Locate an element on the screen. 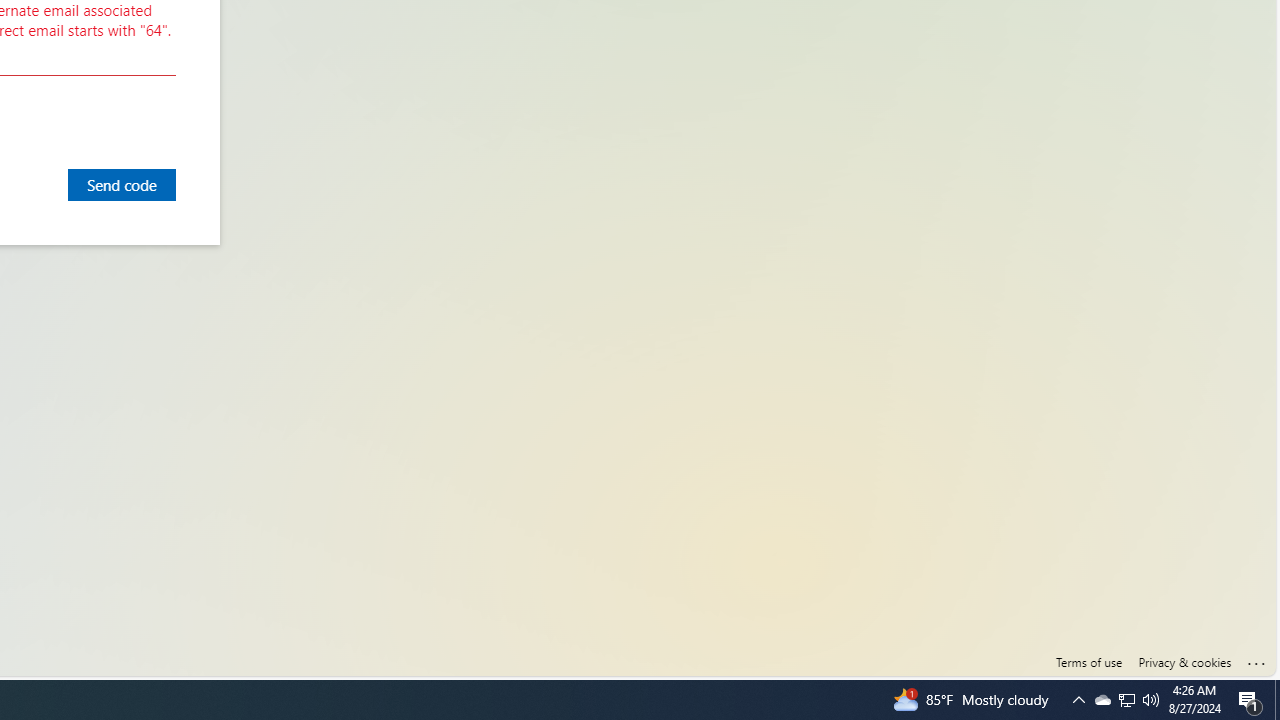 The image size is (1280, 720). 'Privacy & cookies' is located at coordinates (1184, 662).